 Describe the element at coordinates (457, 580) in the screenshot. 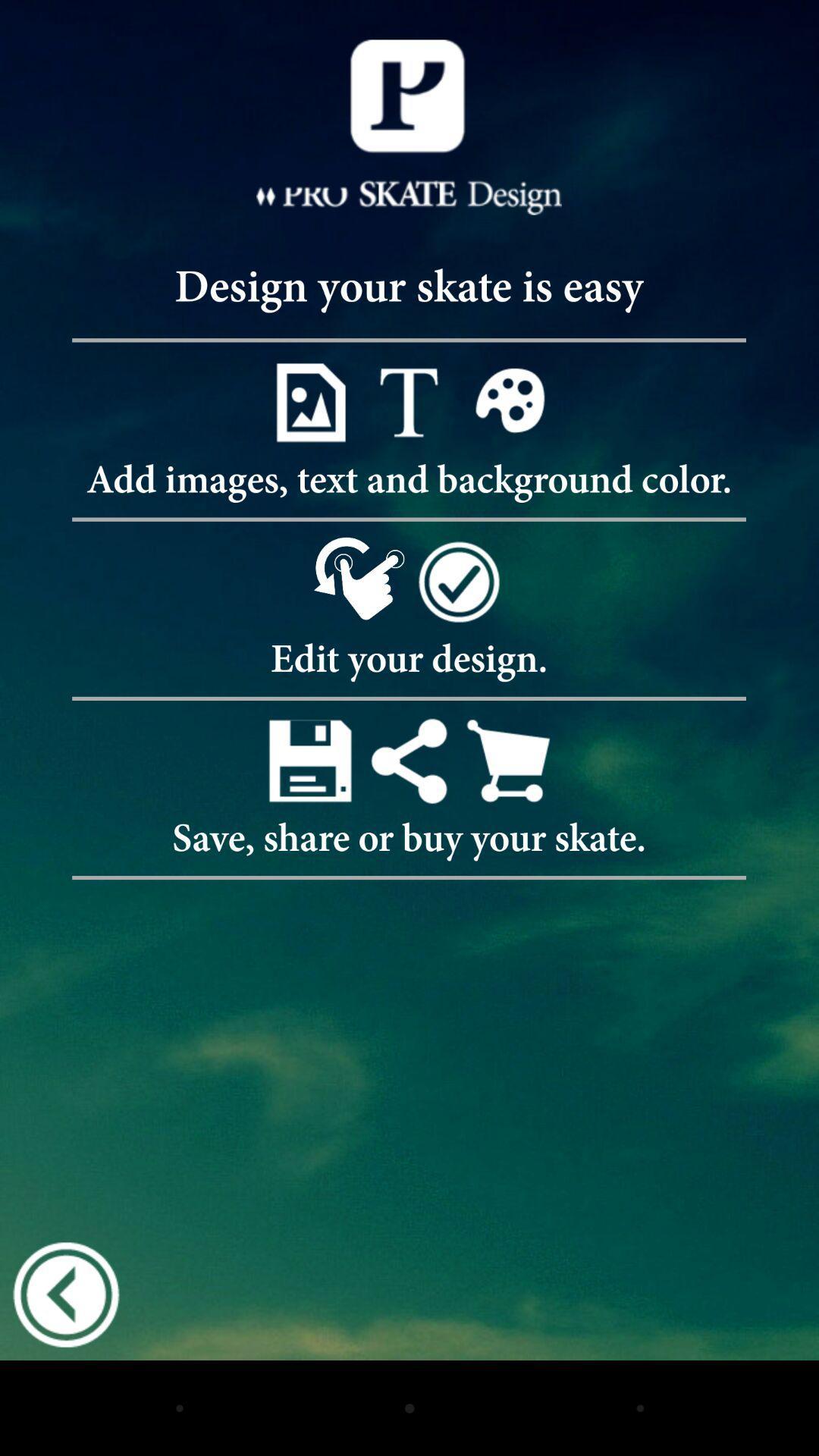

I see `confirm design edit` at that location.